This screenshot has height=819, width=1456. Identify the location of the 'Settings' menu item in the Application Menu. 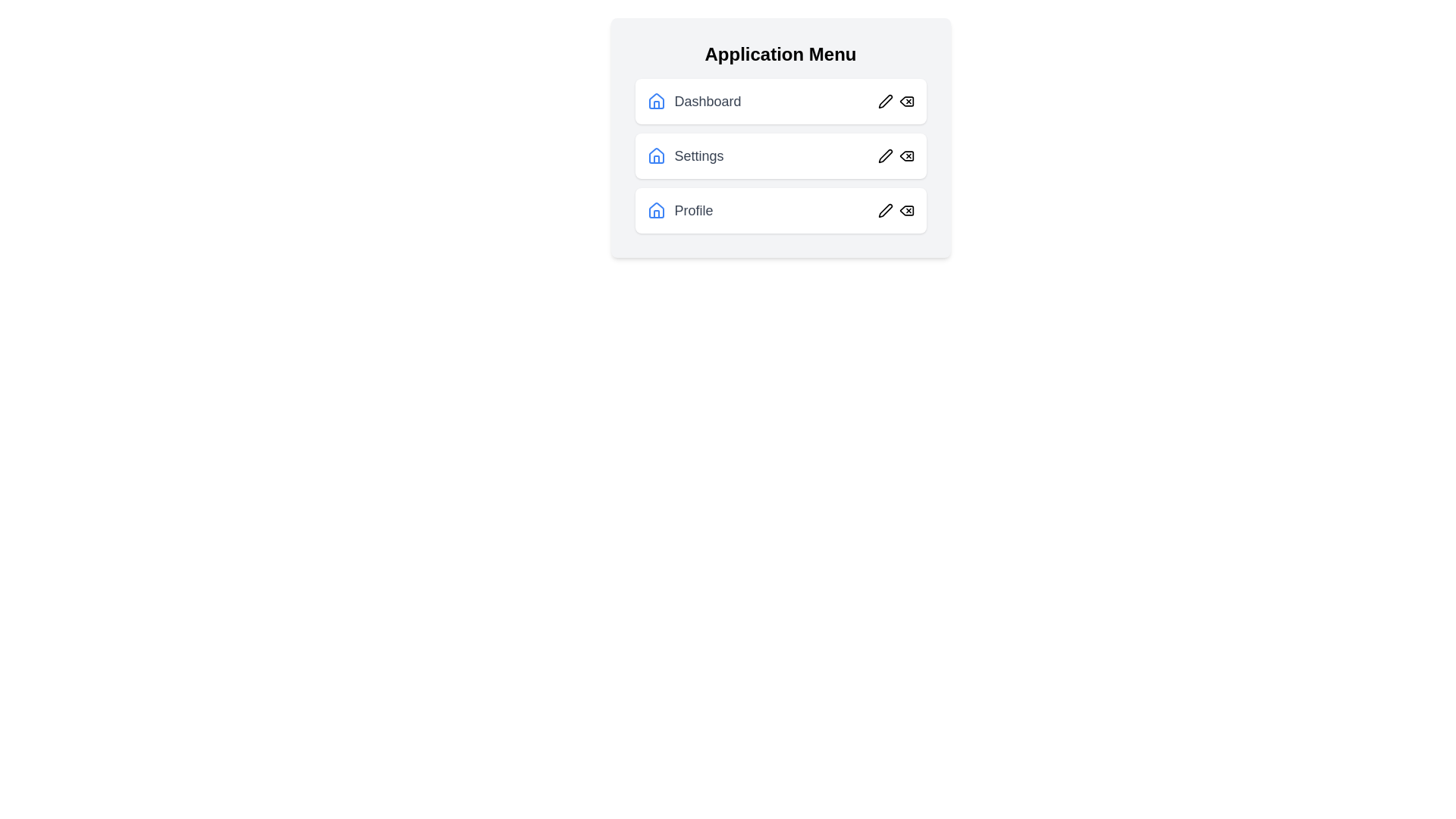
(684, 155).